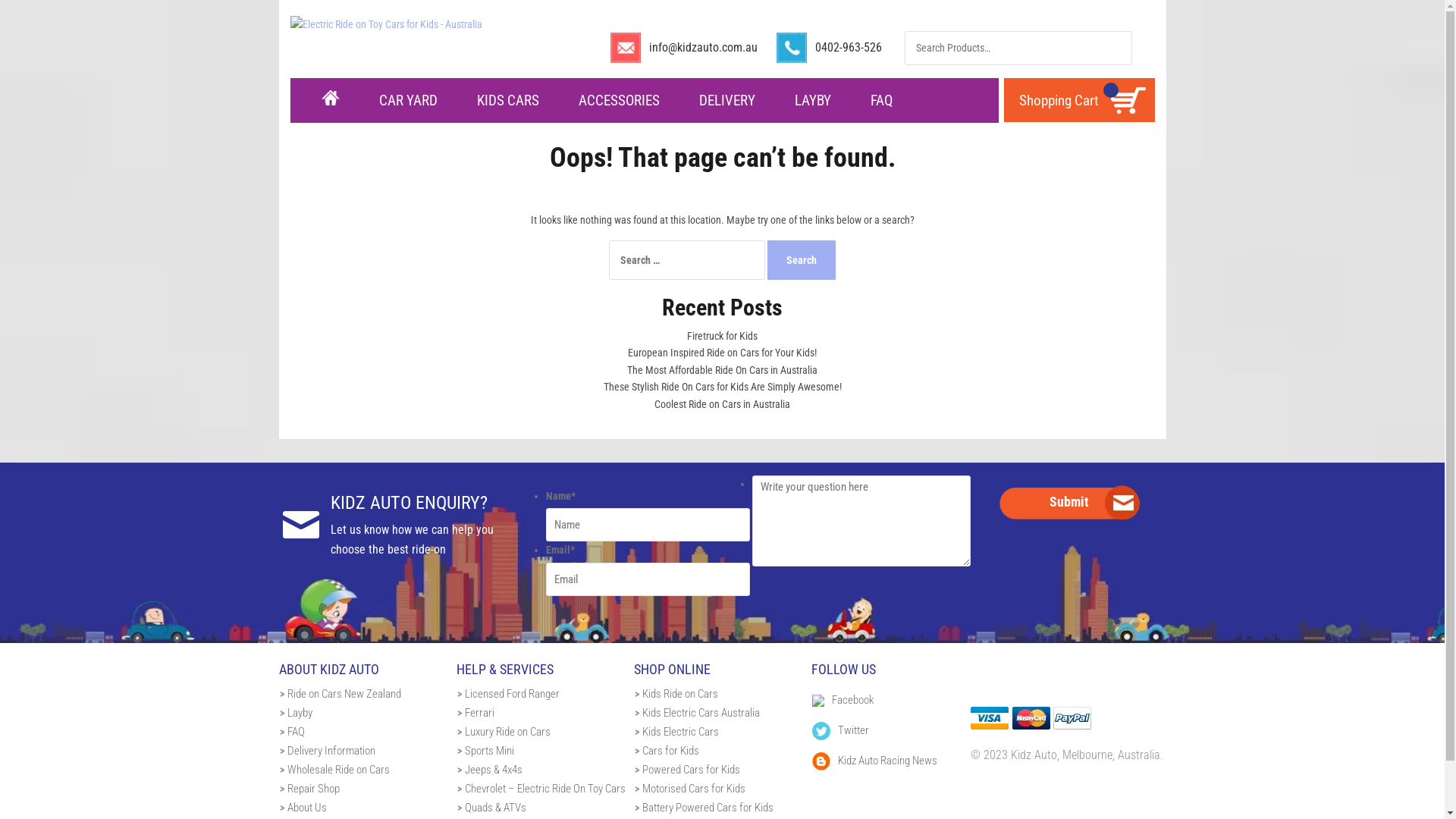 This screenshot has width=1456, height=819. Describe the element at coordinates (721, 403) in the screenshot. I see `'Coolest Ride on Cars in Australia'` at that location.